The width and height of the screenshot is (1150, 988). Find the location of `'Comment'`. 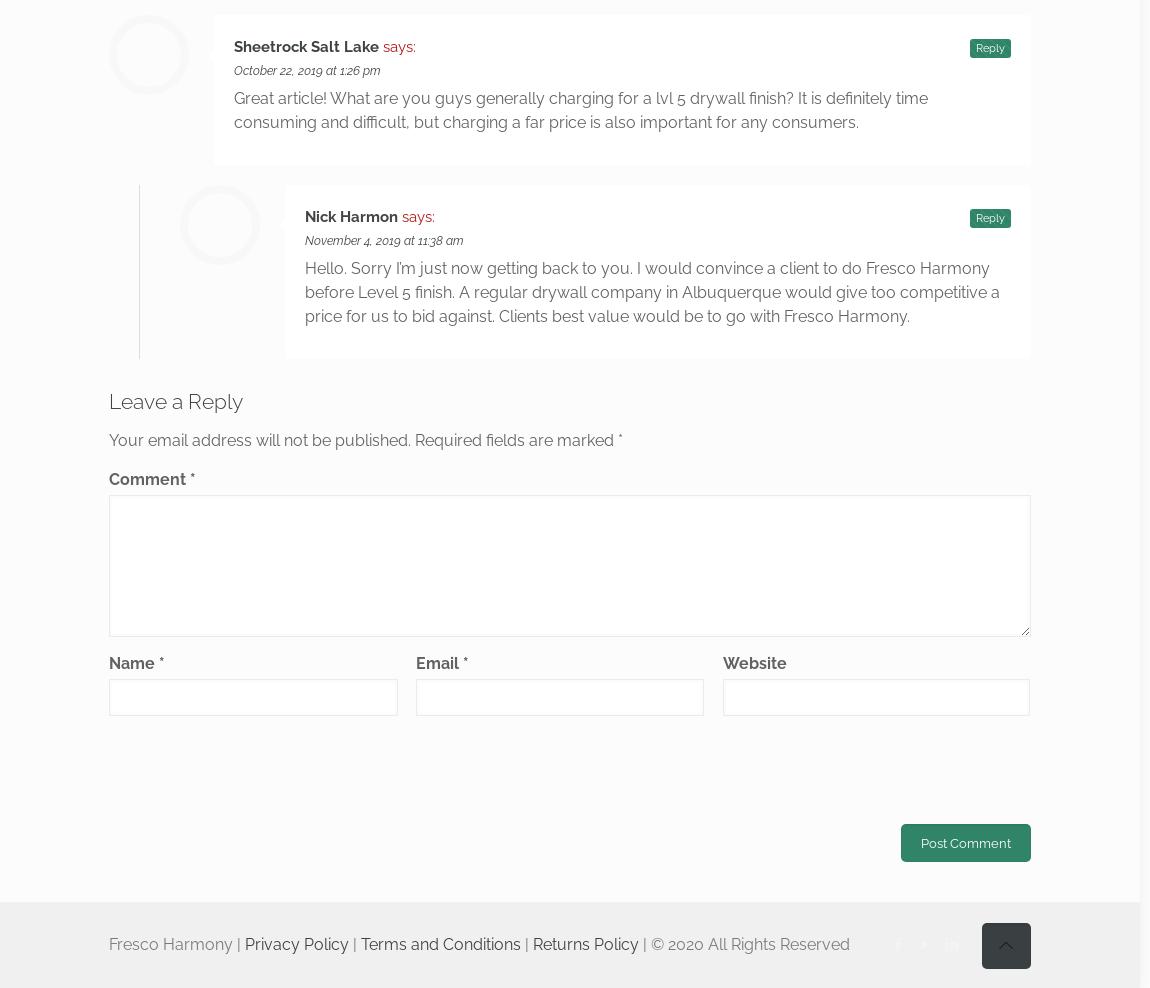

'Comment' is located at coordinates (108, 479).